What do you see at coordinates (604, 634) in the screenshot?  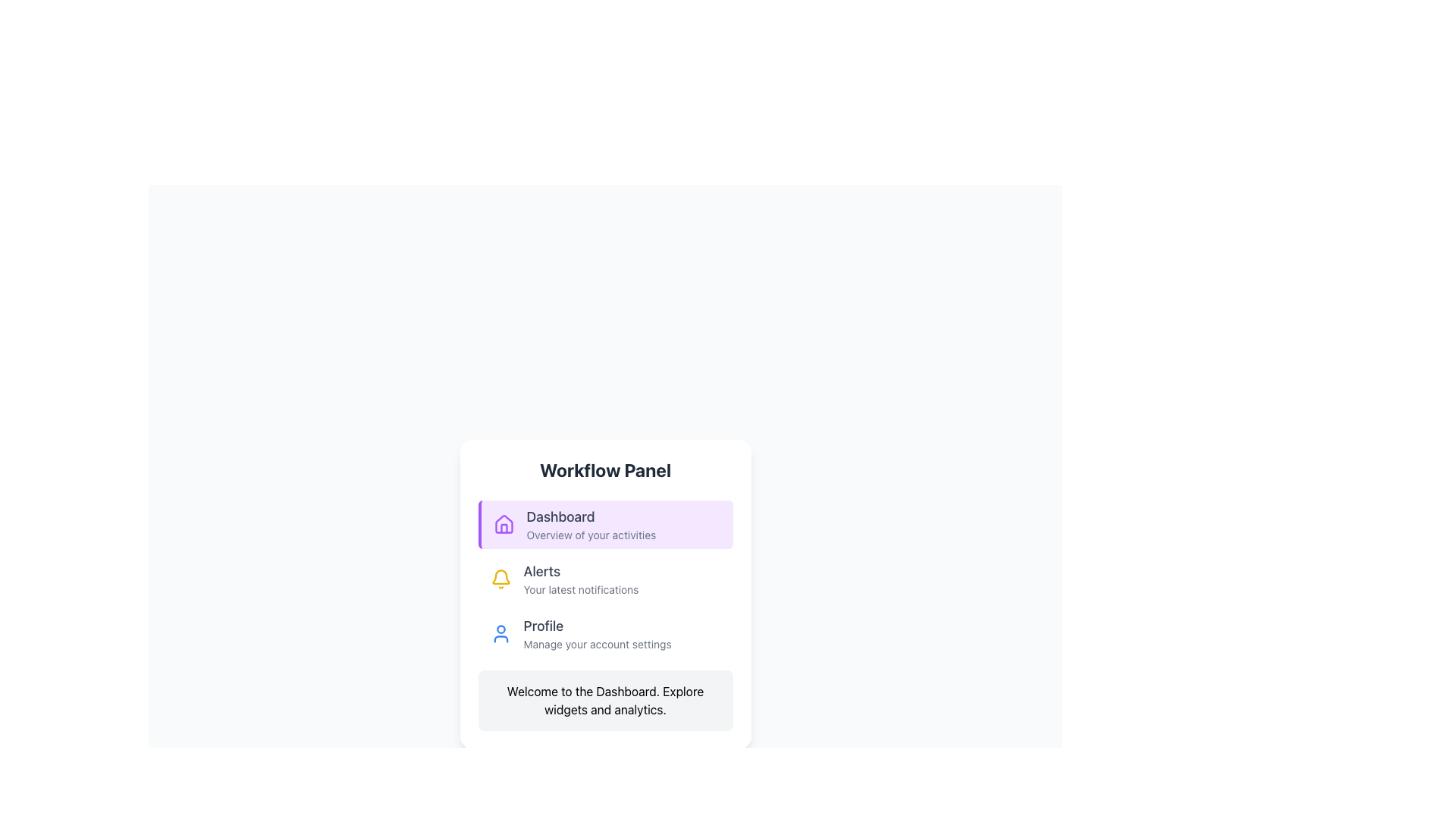 I see `the 'Profile' button, which features a blue user icon and is located below the 'Alerts' option in the Workflow Panel` at bounding box center [604, 634].